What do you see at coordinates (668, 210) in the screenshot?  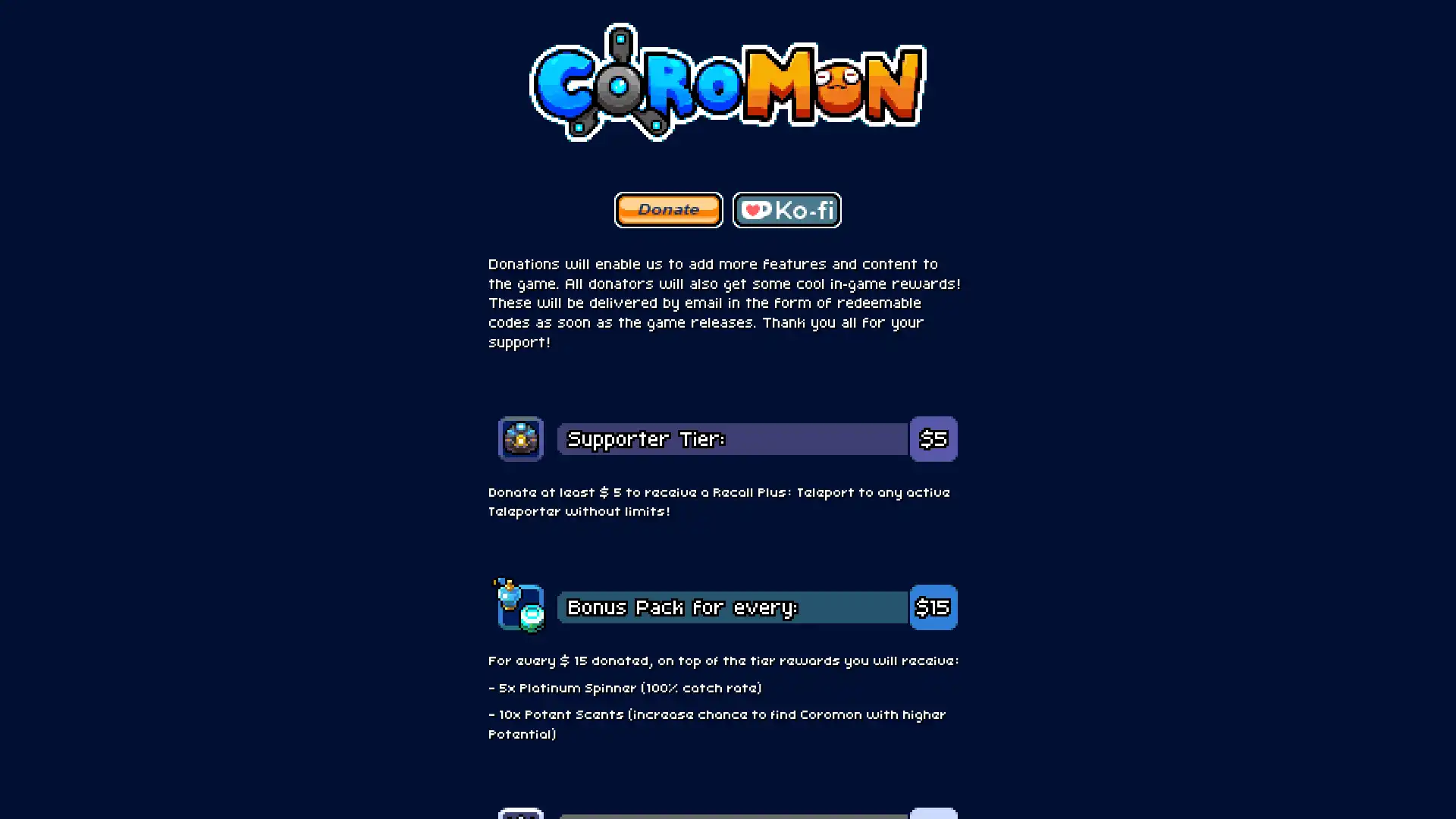 I see `PayPal  The safer, easier way to pay online!` at bounding box center [668, 210].